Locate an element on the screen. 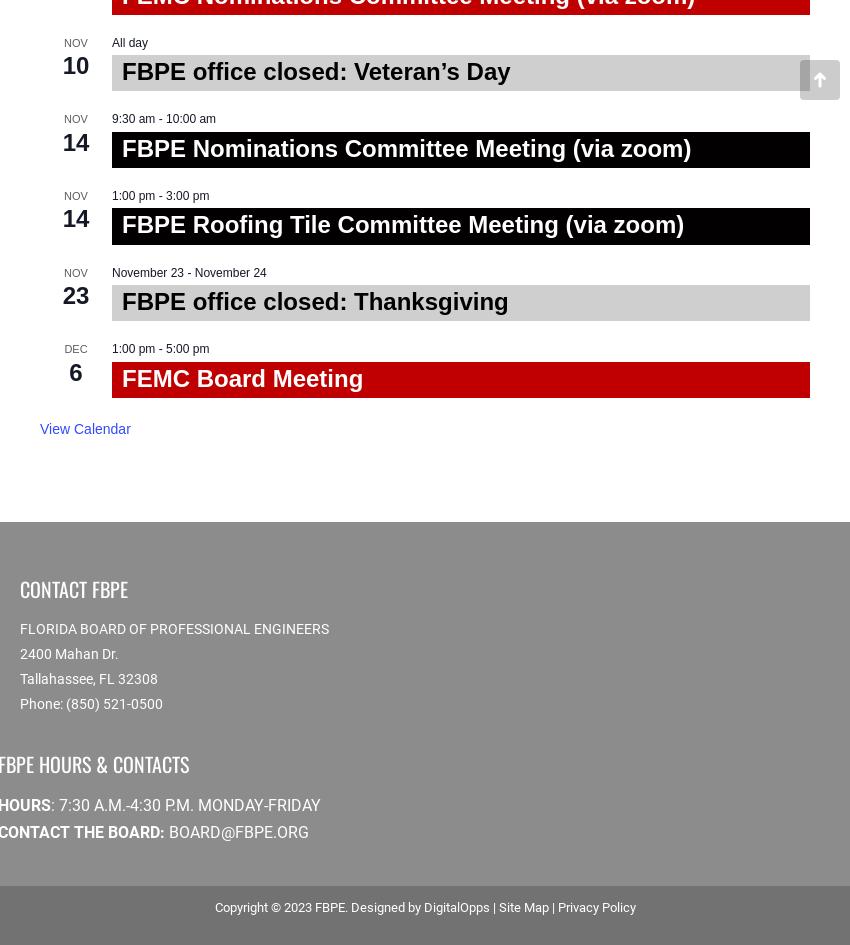  '23' is located at coordinates (75, 295).